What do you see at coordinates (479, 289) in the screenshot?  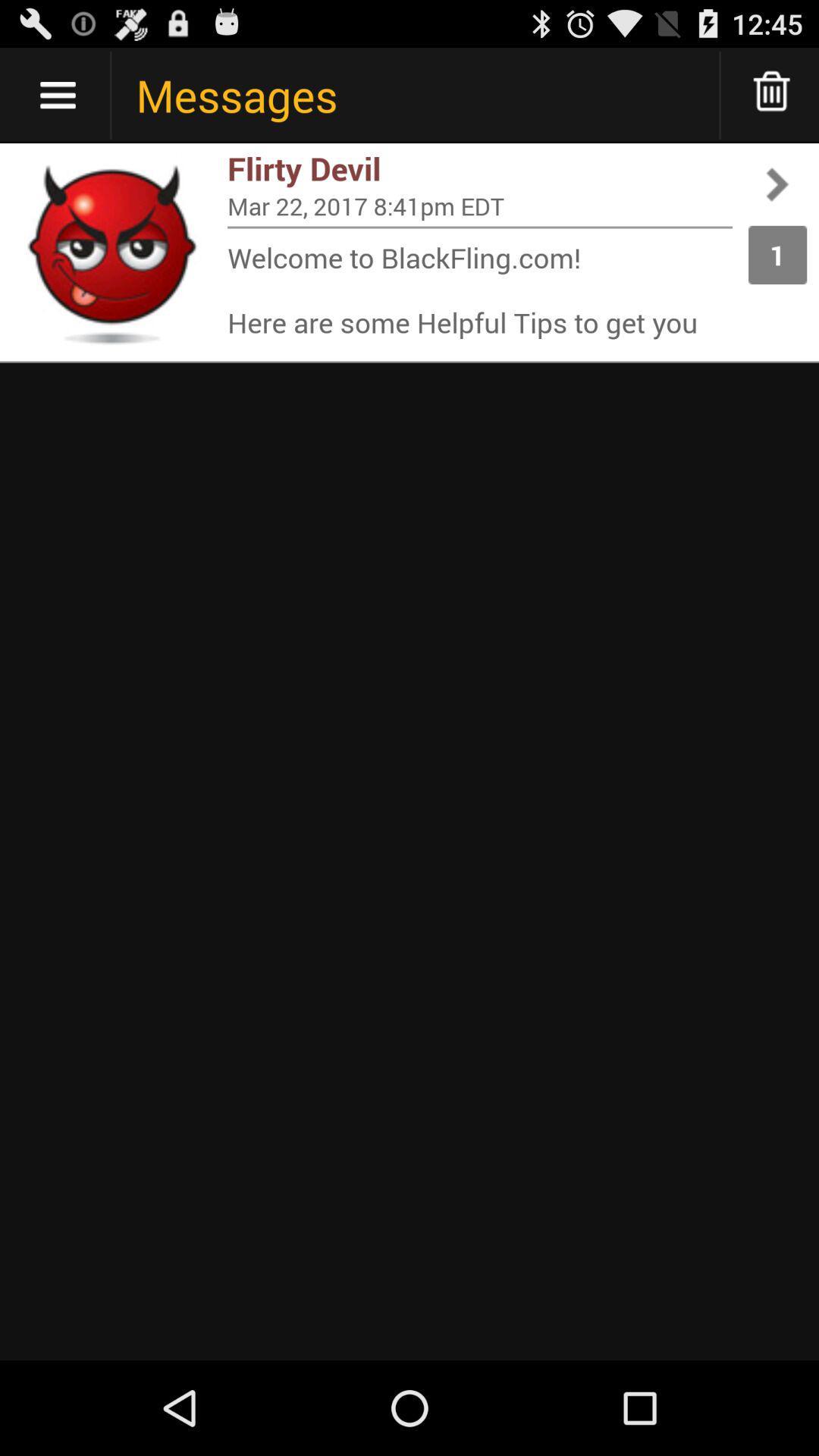 I see `the item to the left of 1 icon` at bounding box center [479, 289].